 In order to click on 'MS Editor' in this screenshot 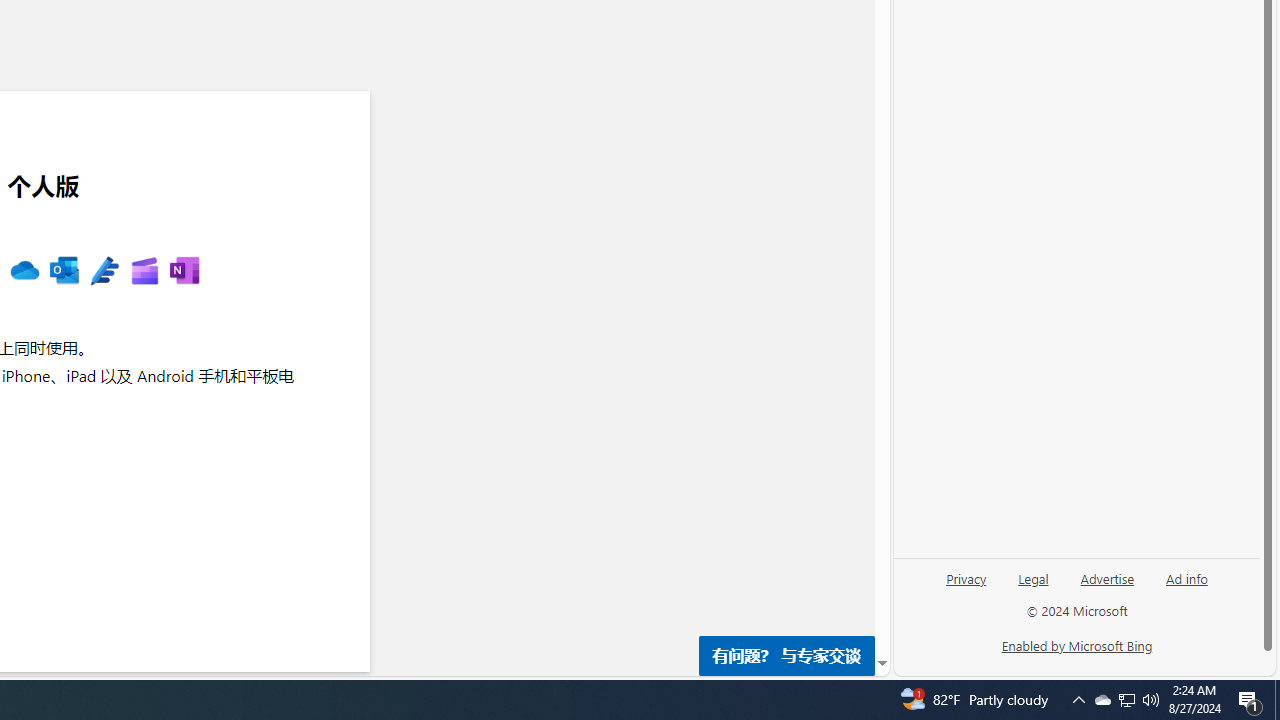, I will do `click(103, 271)`.